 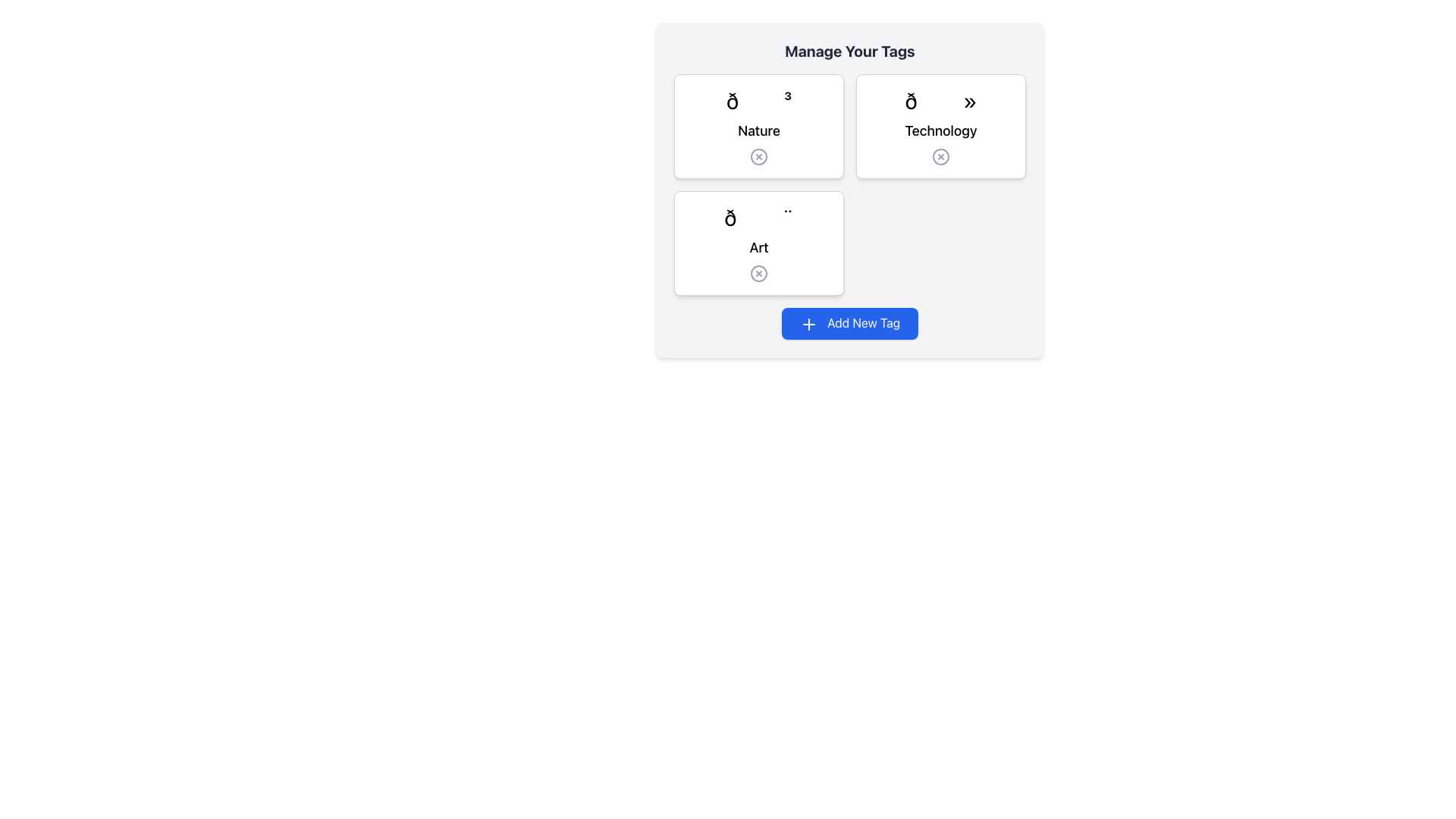 I want to click on the text label located centrally within the bottom section of the rectangular card group, which appears directly below the emoji-like icon and above a small action button, so click(x=759, y=247).